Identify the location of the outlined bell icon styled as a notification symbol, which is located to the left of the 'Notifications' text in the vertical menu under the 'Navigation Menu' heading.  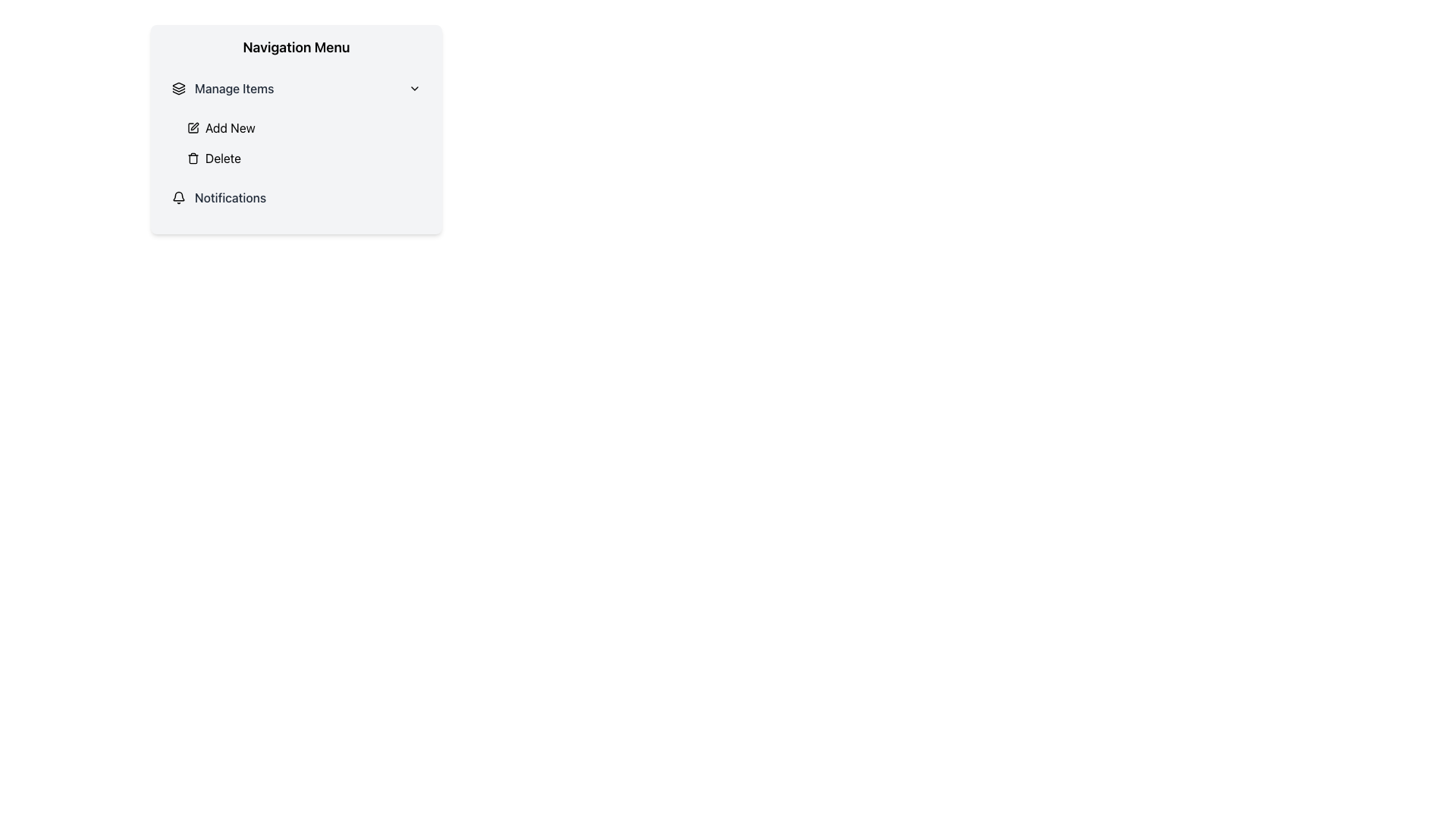
(178, 197).